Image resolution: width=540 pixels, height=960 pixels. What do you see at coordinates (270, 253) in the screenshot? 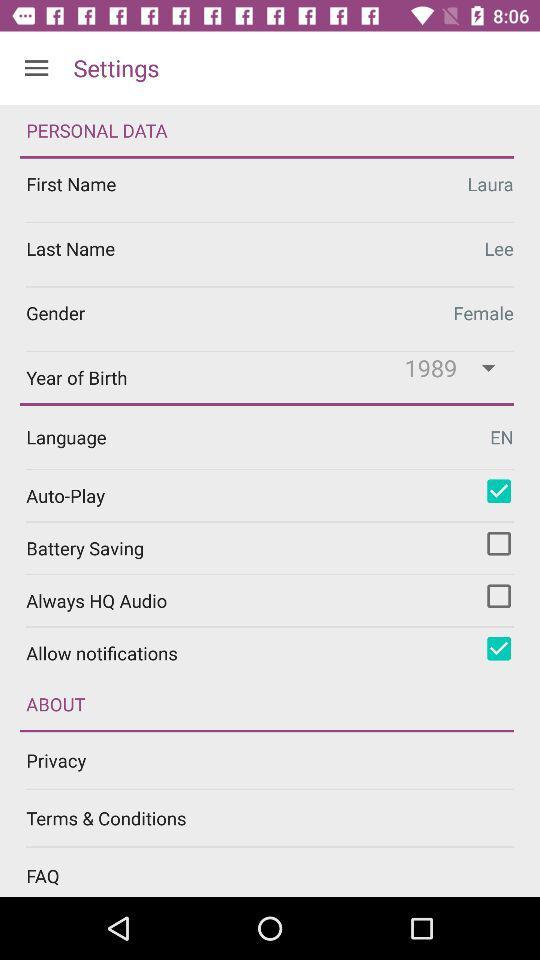
I see `last name field` at bounding box center [270, 253].